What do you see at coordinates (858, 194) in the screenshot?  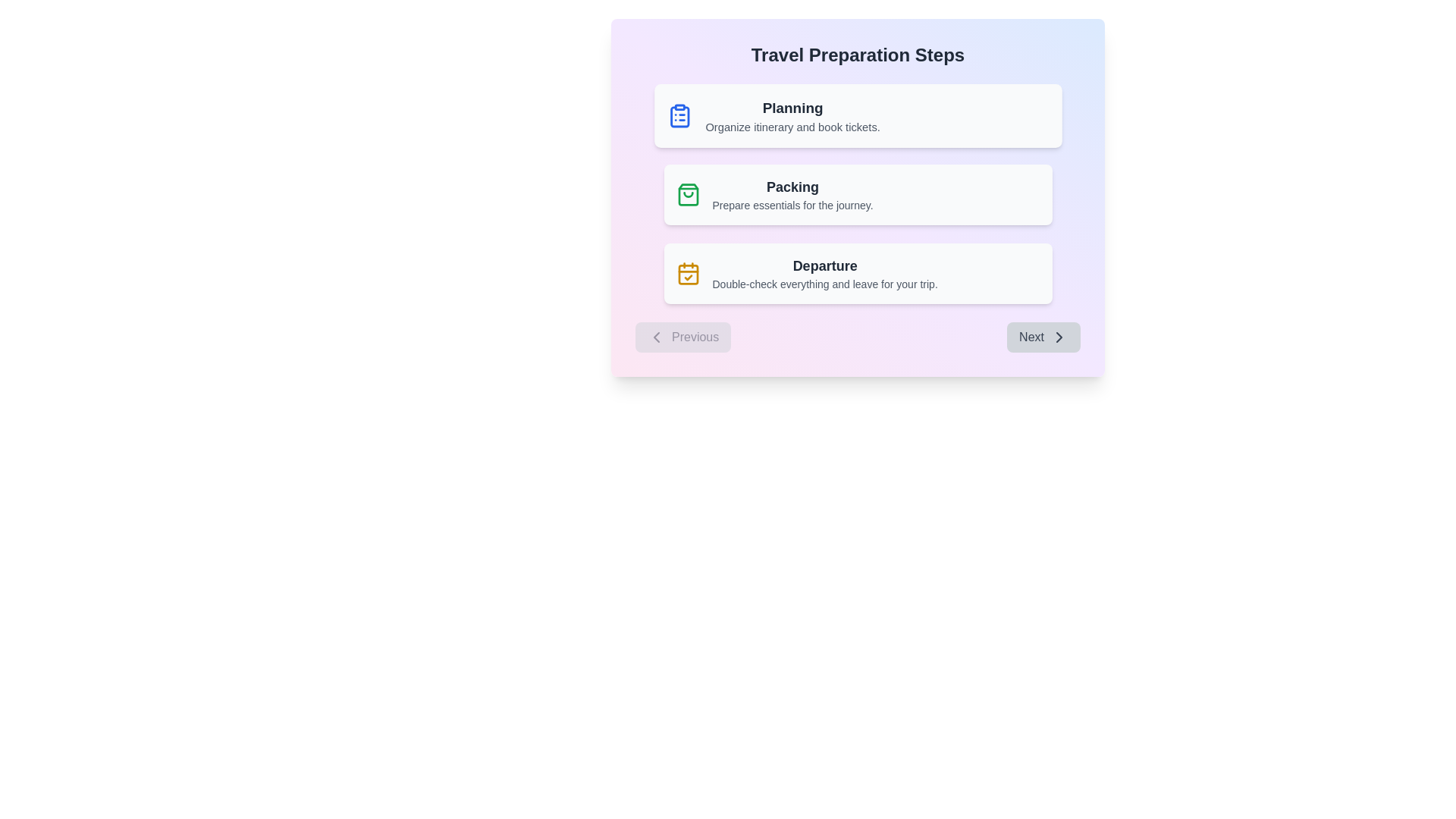 I see `the List of items with descriptions, which provides an overview of a travel preparation guide and is centrally located beneath the 'Travel Preparation Steps' header` at bounding box center [858, 194].